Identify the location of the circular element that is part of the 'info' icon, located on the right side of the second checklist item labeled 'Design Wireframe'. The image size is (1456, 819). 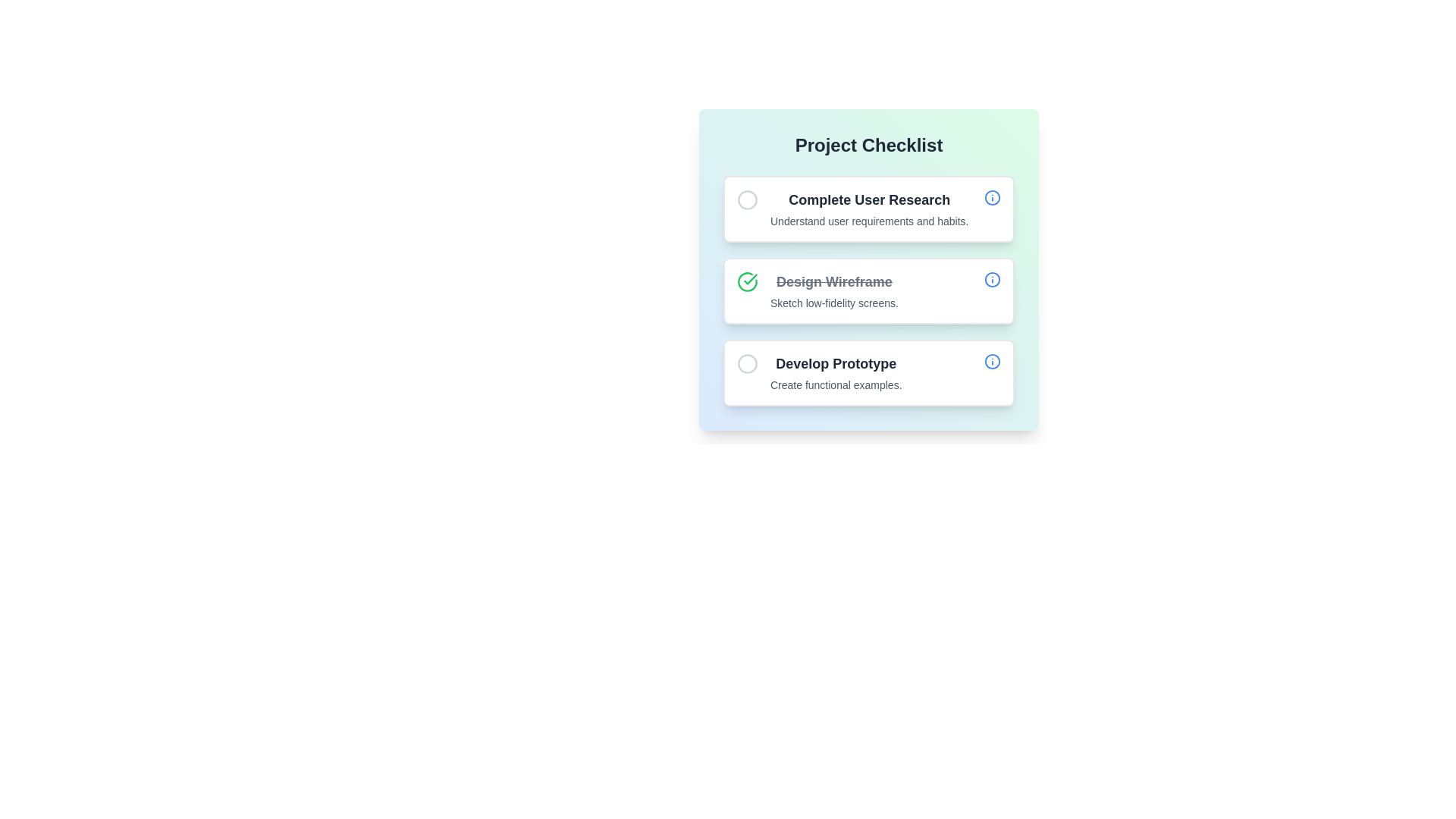
(993, 280).